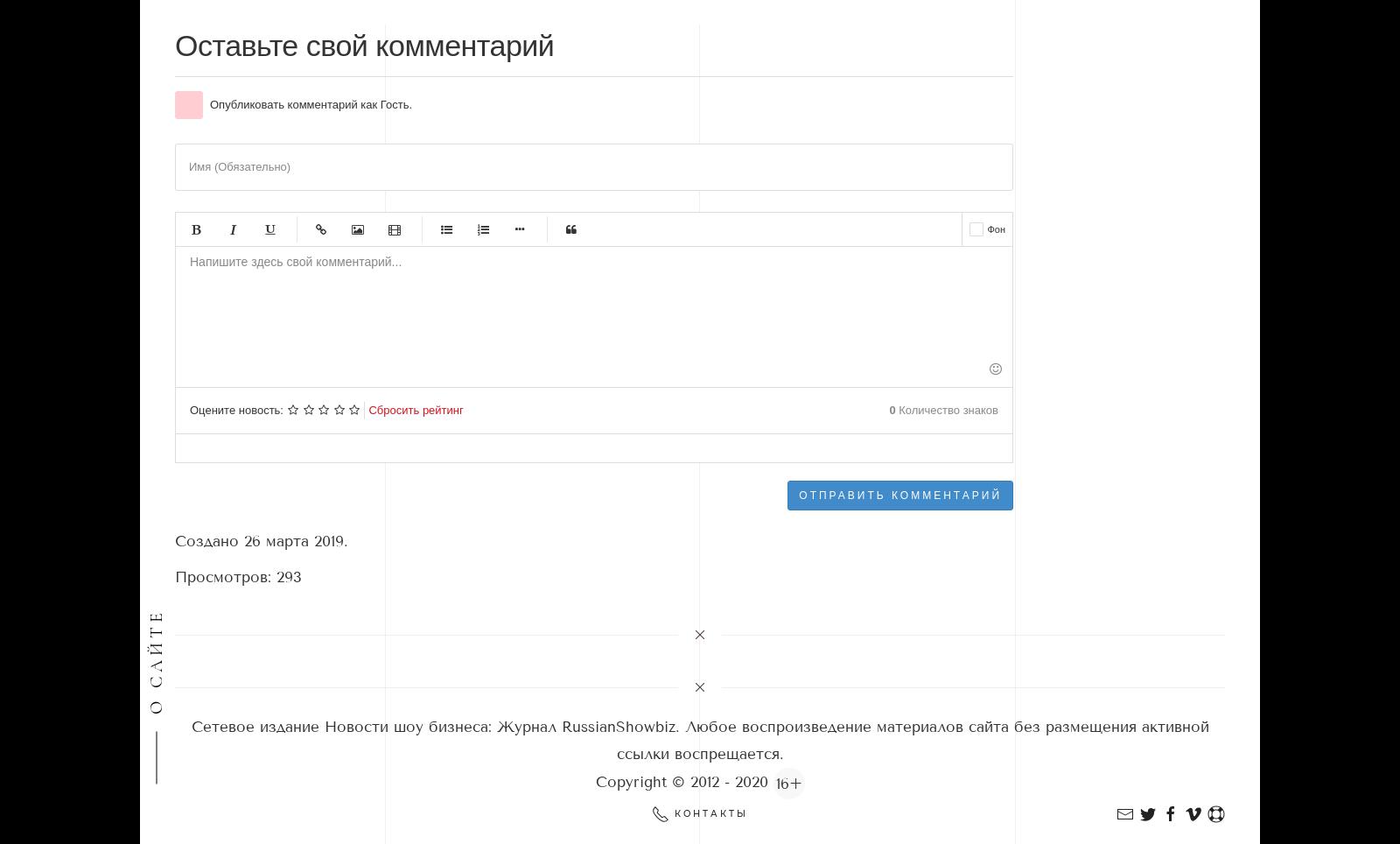  What do you see at coordinates (343, 541) in the screenshot?
I see `'.'` at bounding box center [343, 541].